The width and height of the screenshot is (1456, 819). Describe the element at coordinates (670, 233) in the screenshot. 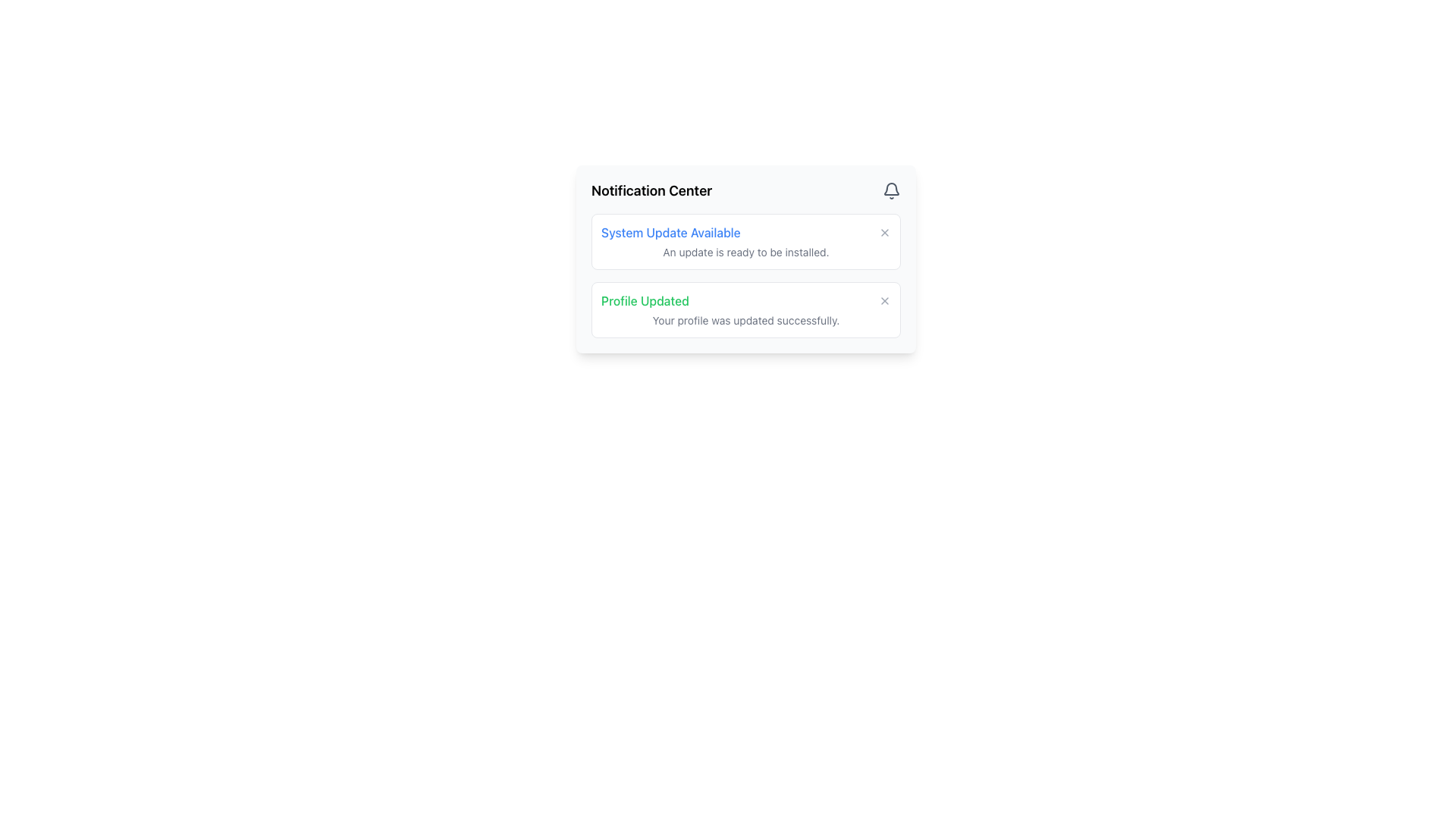

I see `the information conveyed by the 'System Update Available' text label located in the upper part of the notification list, directly under the 'Notification Center' header` at that location.